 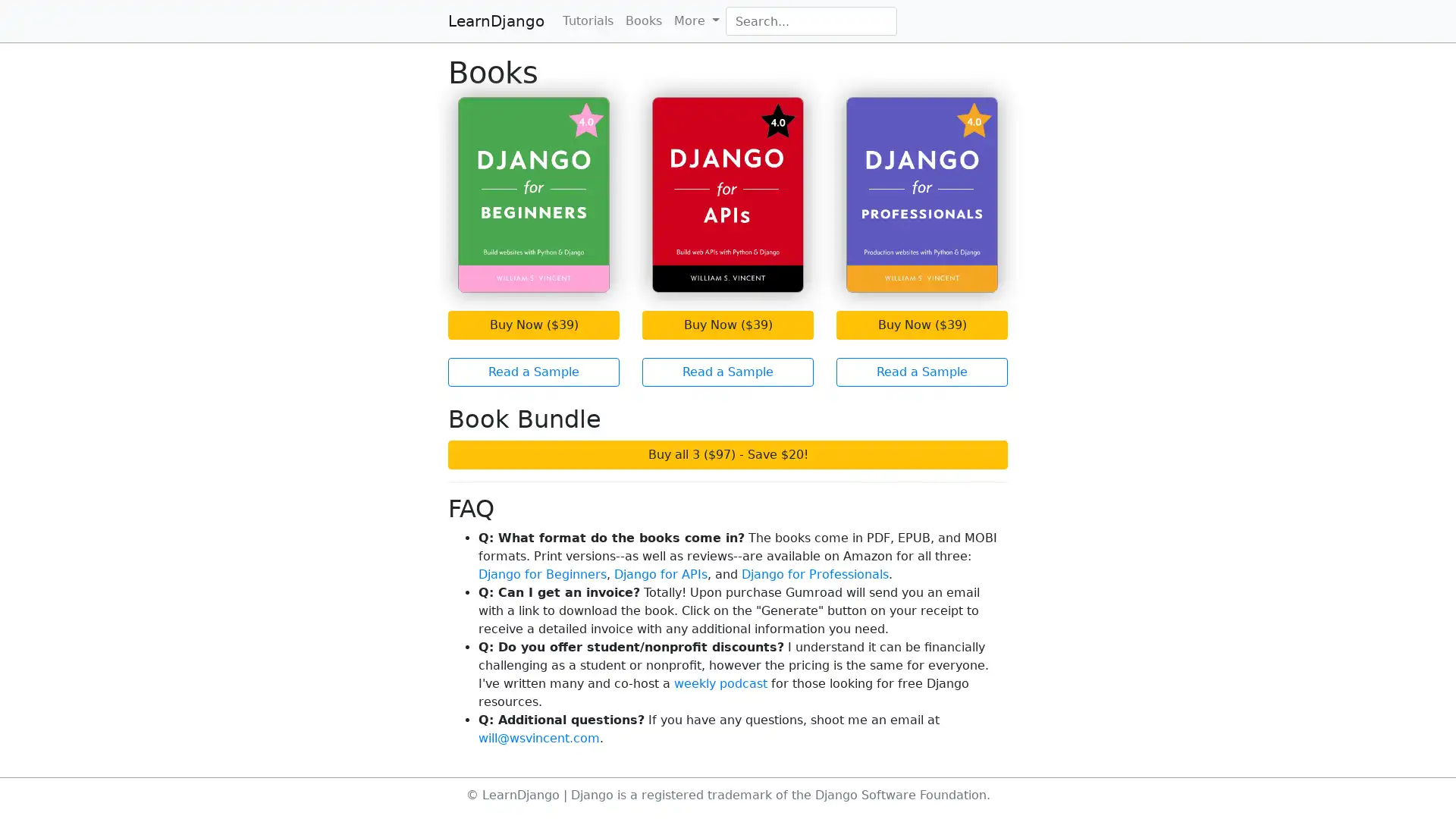 I want to click on Read a Sample, so click(x=534, y=372).